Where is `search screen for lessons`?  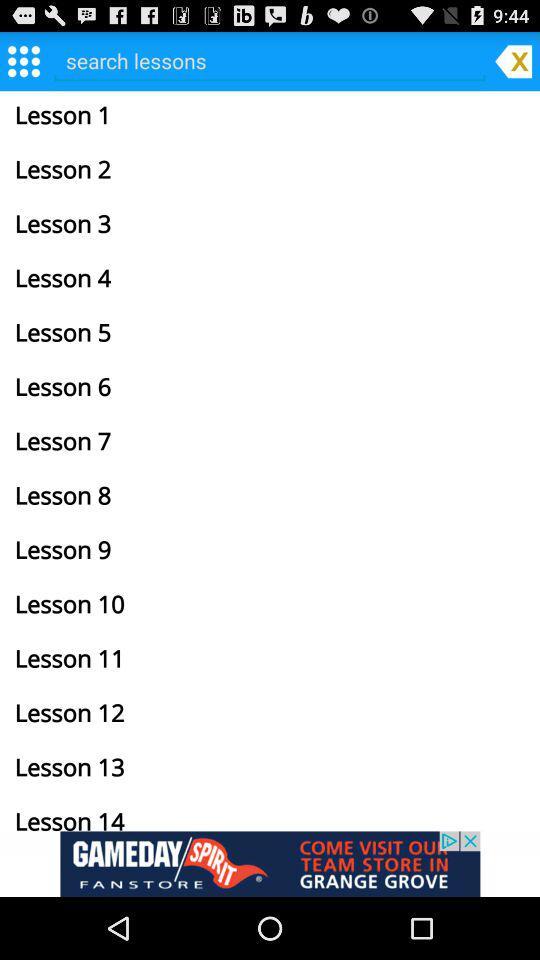 search screen for lessons is located at coordinates (270, 59).